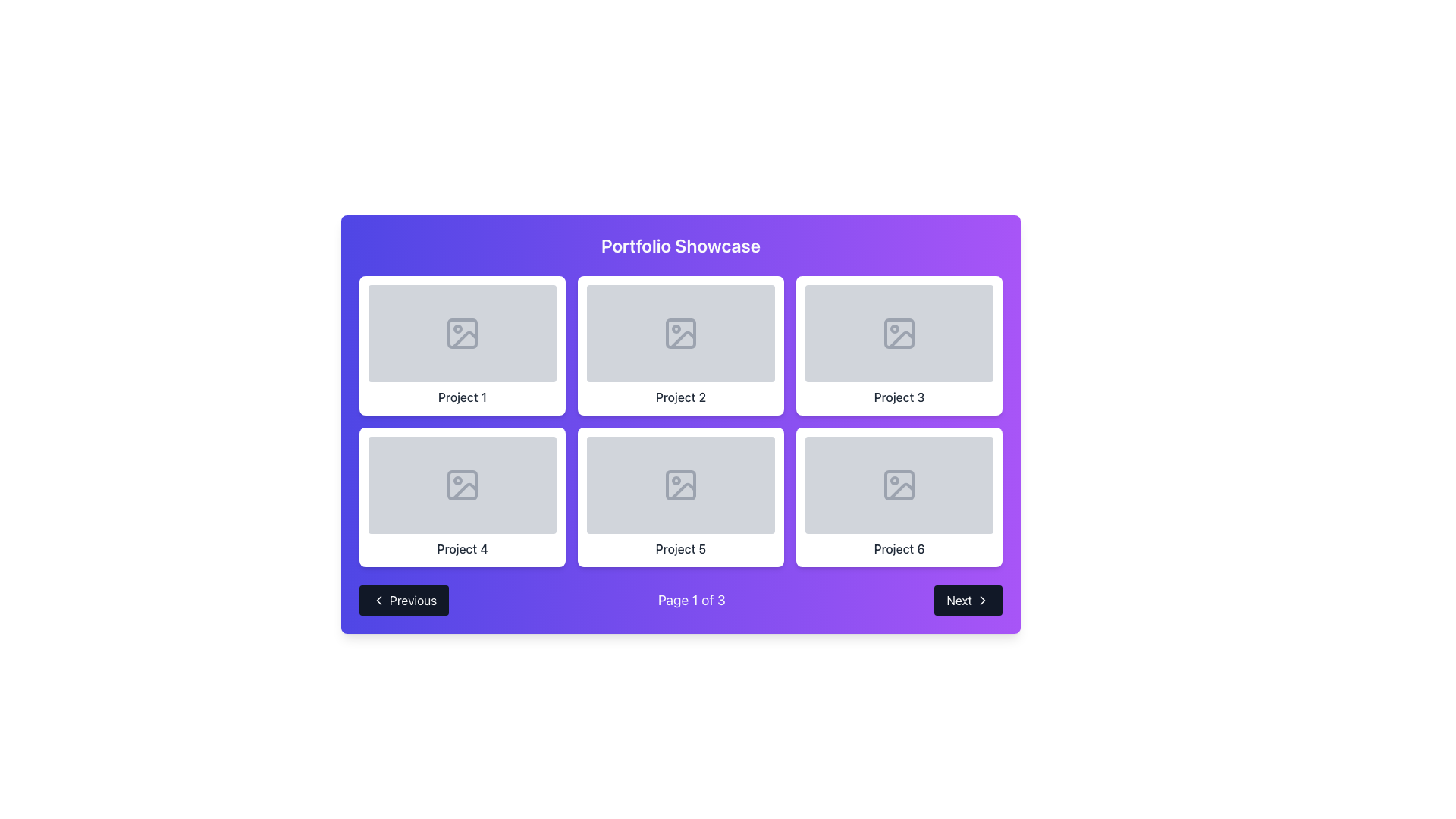 Image resolution: width=1456 pixels, height=819 pixels. What do you see at coordinates (679, 397) in the screenshot?
I see `text label 'Project 2' located in the middle of the second column in the top row of a three-by-two grid layout within the 'Portfolio Showcase'` at bounding box center [679, 397].